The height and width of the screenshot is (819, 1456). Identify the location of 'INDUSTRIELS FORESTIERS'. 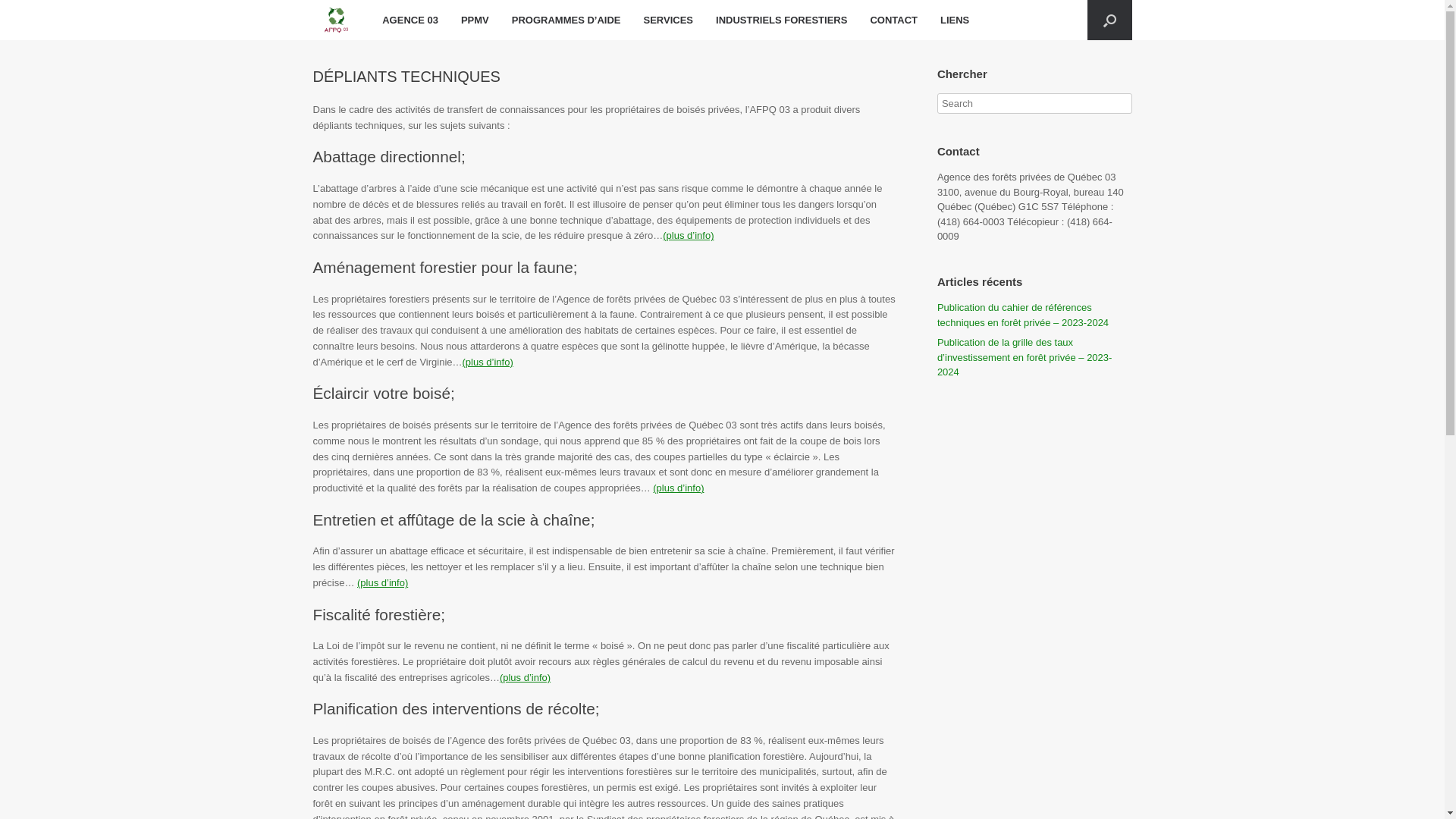
(781, 20).